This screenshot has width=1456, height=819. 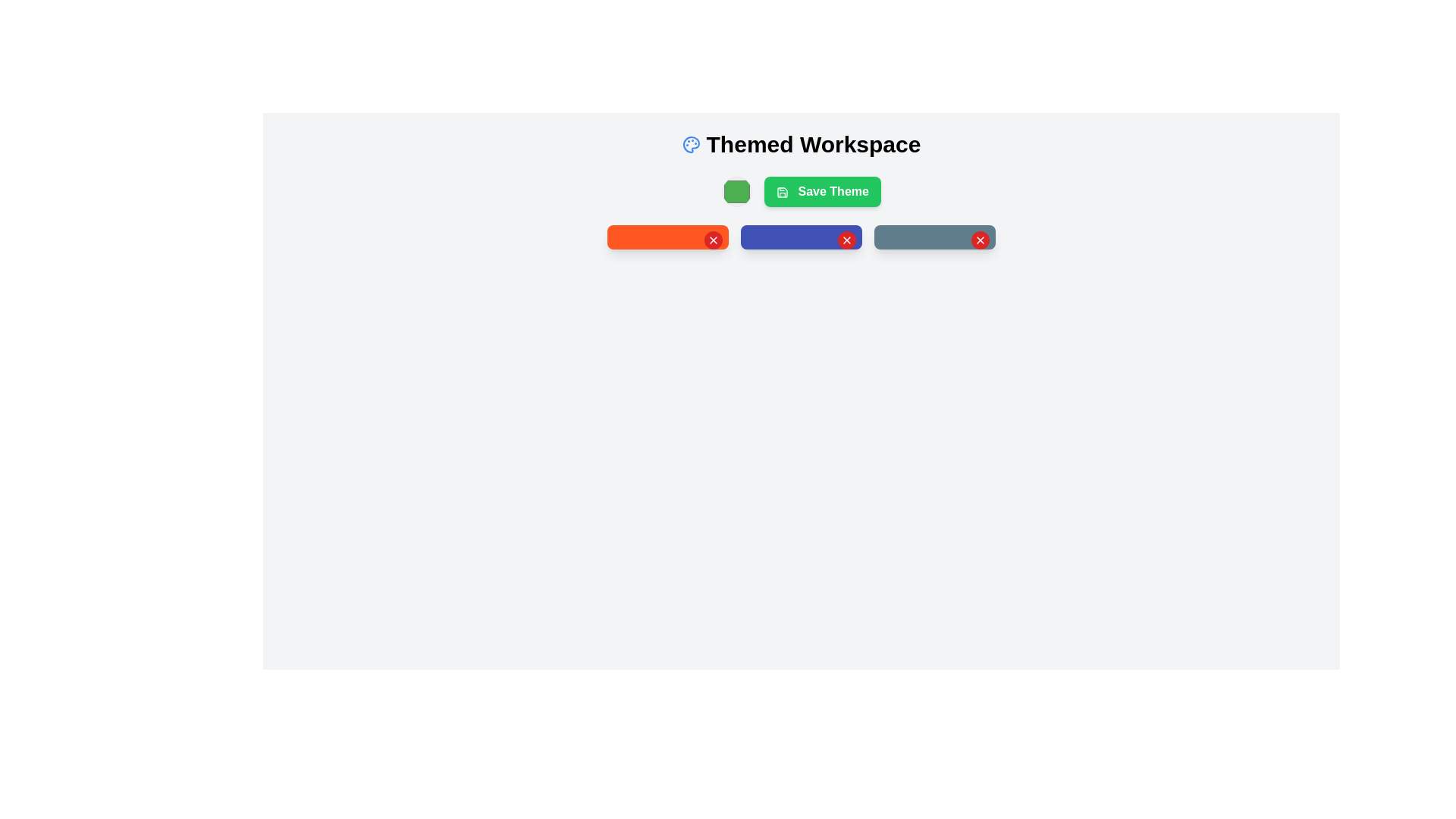 I want to click on the palette icon located to the left of the text 'Themed Workspace', which features a circular base with smaller circles representing paint wells in a blue color scheme, so click(x=690, y=145).